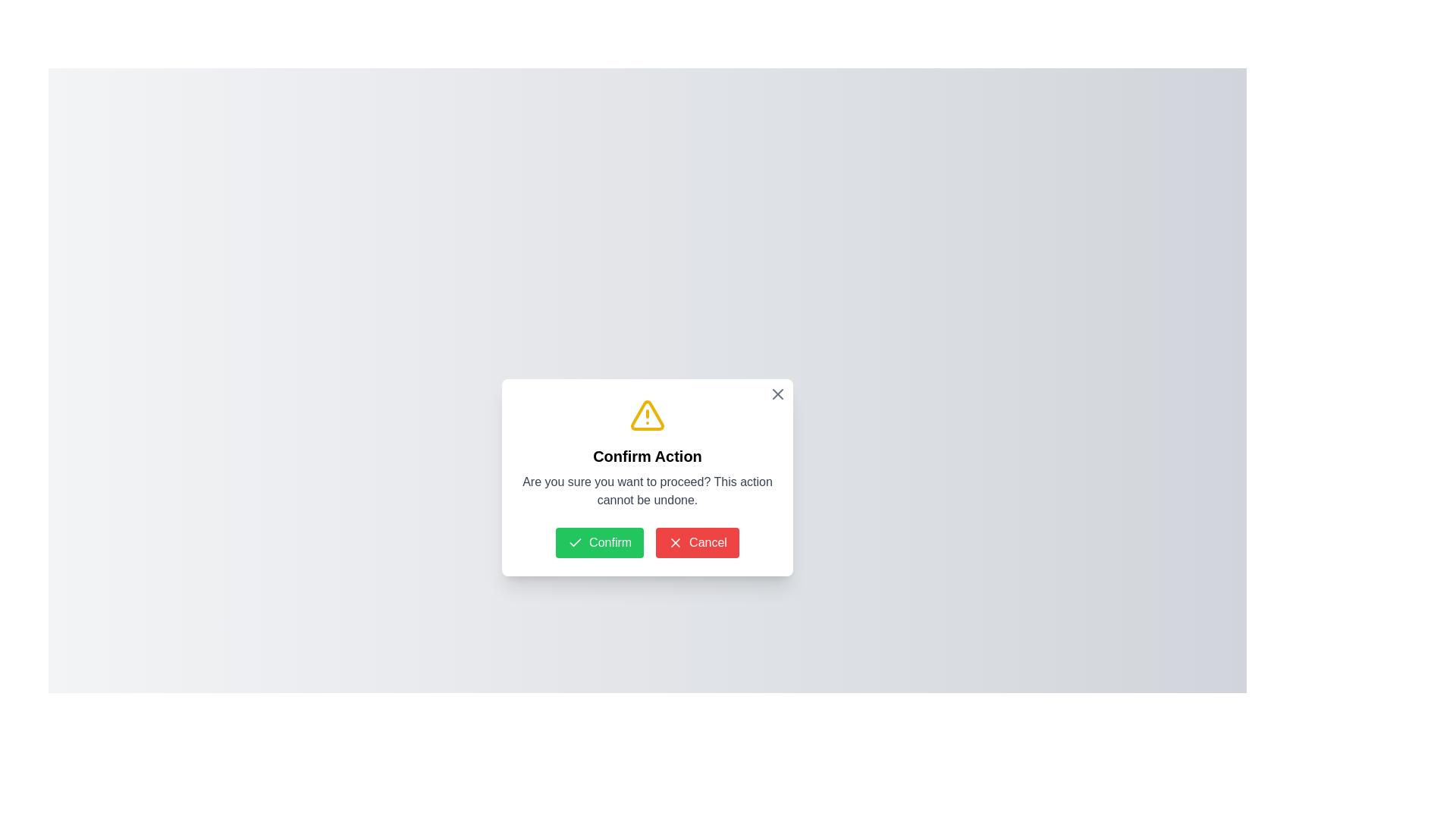 This screenshot has width=1456, height=819. Describe the element at coordinates (599, 542) in the screenshot. I see `the confirmation button, which is the leftmost button in a horizontal layout alongside a red 'Cancel' button, to trigger a visual effect` at that location.